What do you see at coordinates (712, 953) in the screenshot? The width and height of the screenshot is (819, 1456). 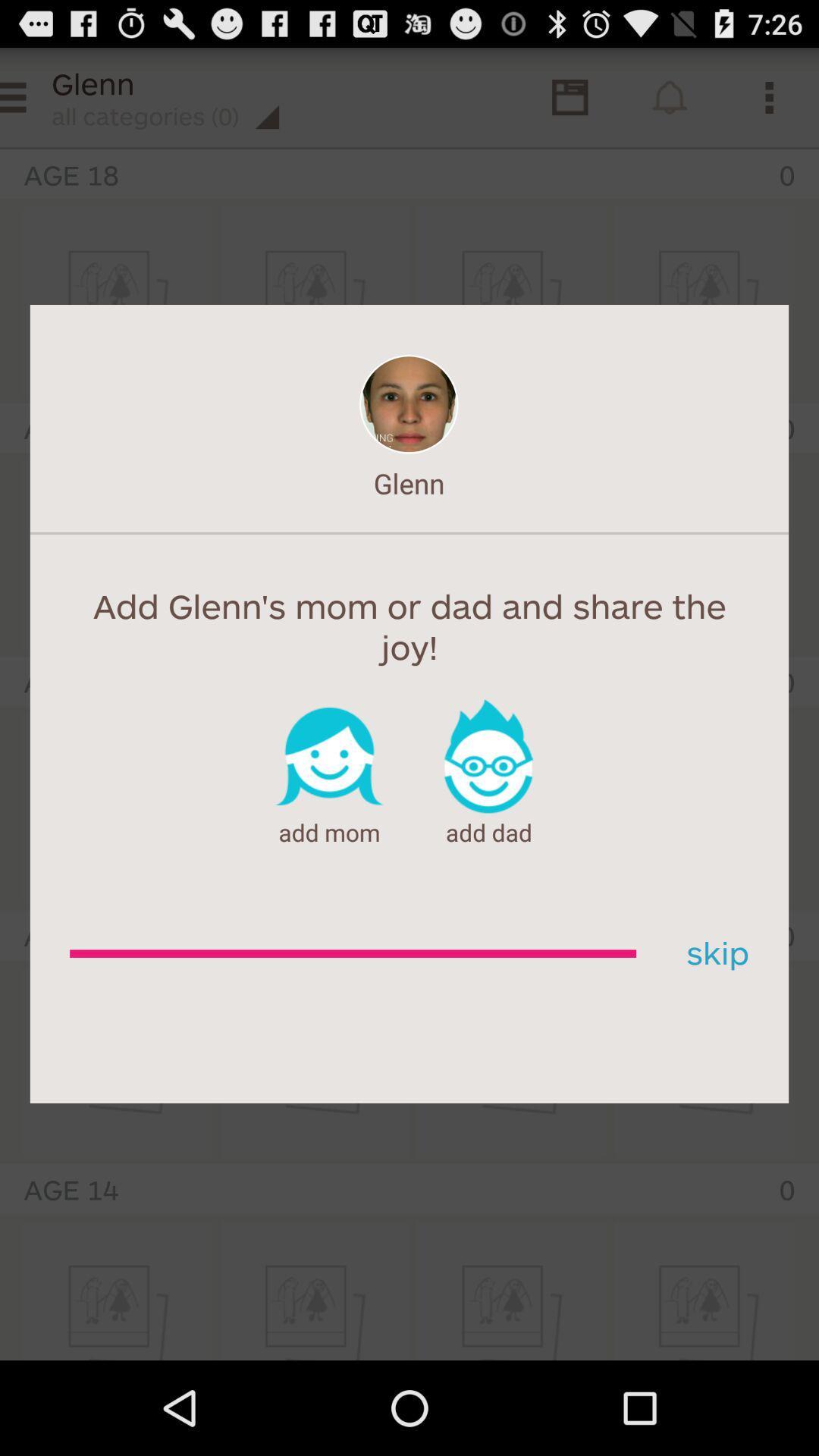 I see `skip item` at bounding box center [712, 953].